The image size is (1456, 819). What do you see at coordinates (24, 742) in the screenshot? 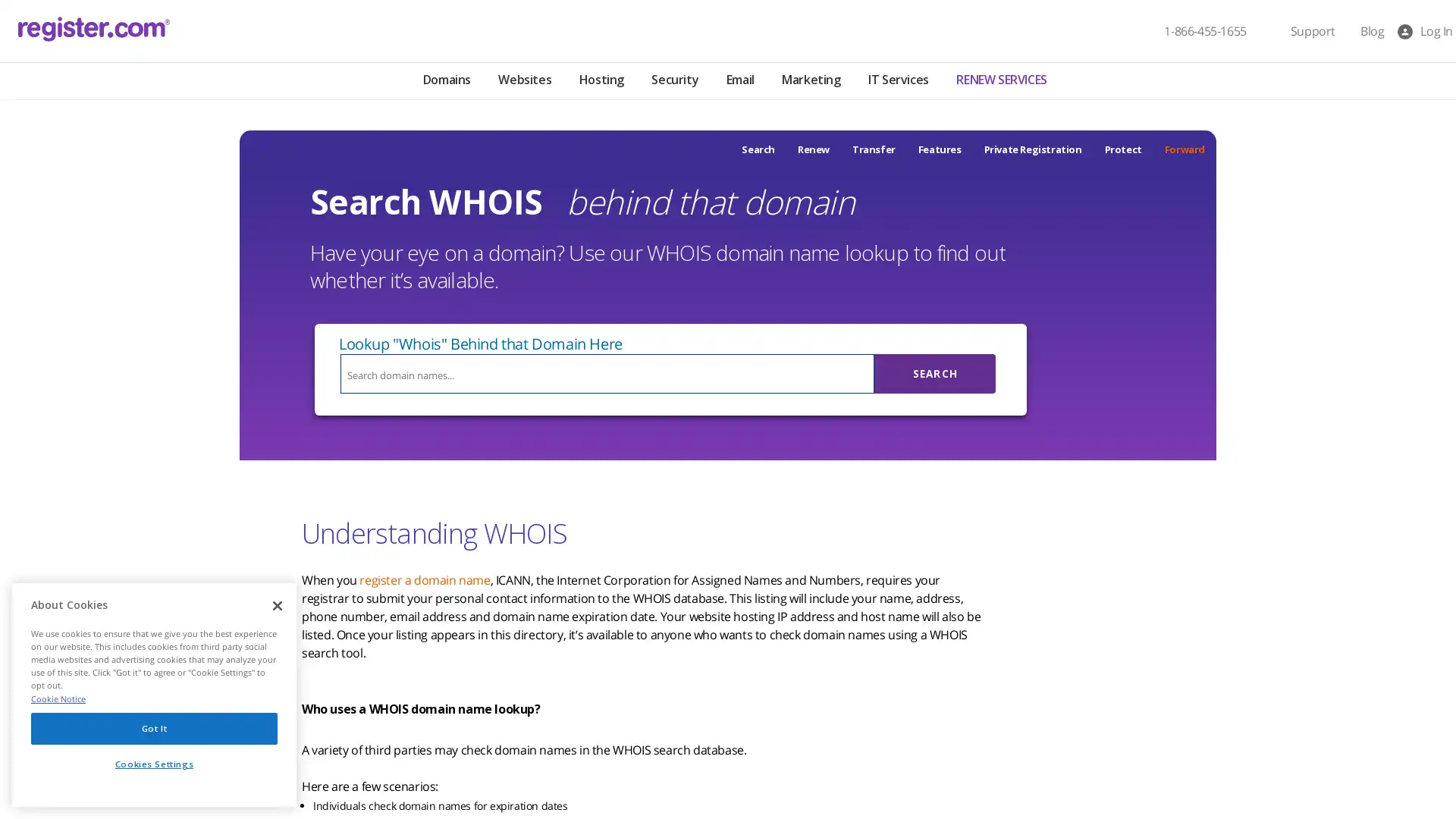
I see `Explore your accessibility options` at bounding box center [24, 742].